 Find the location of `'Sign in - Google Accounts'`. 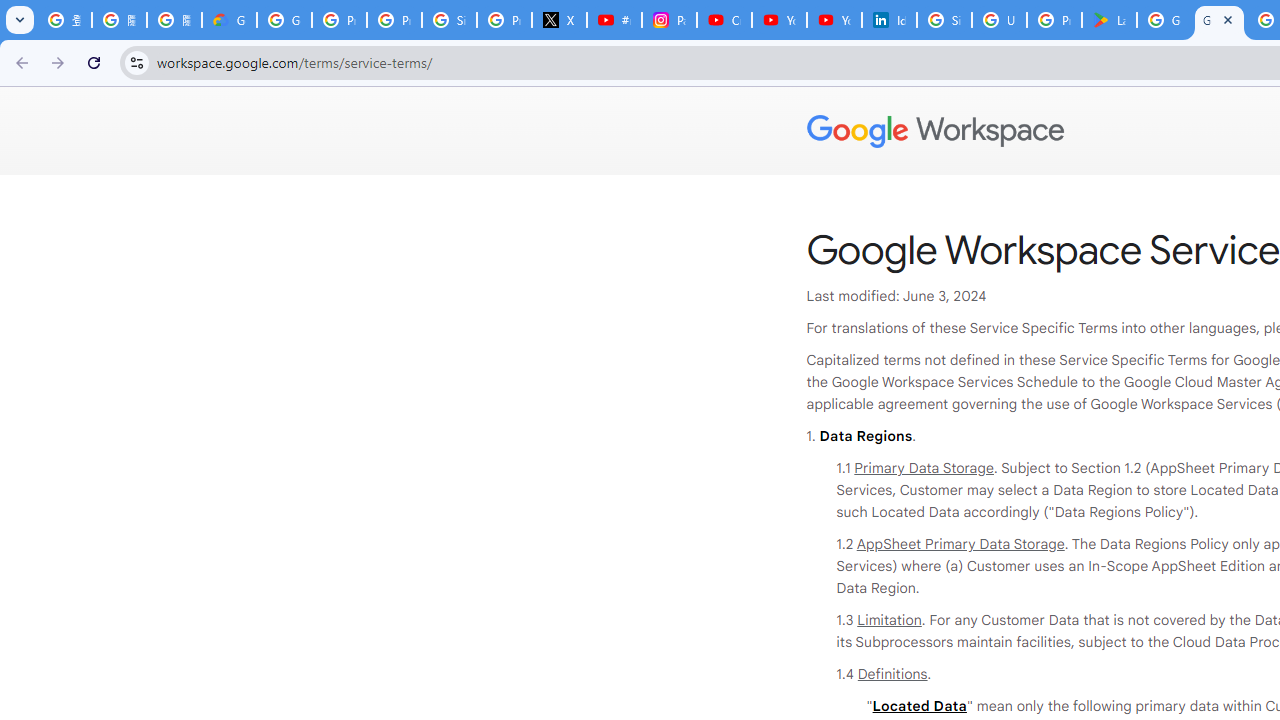

'Sign in - Google Accounts' is located at coordinates (943, 20).